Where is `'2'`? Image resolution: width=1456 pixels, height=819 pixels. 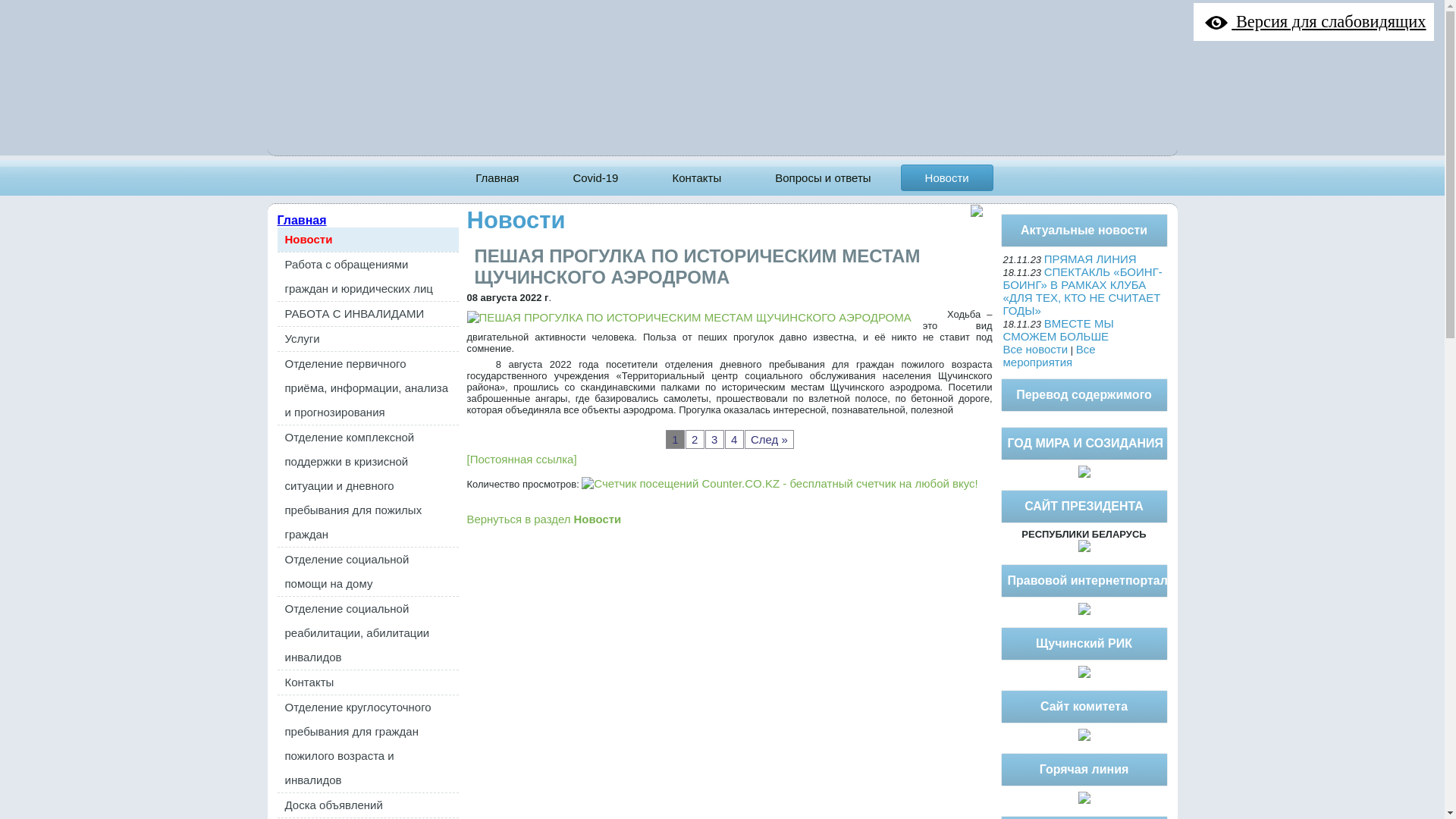 '2' is located at coordinates (684, 439).